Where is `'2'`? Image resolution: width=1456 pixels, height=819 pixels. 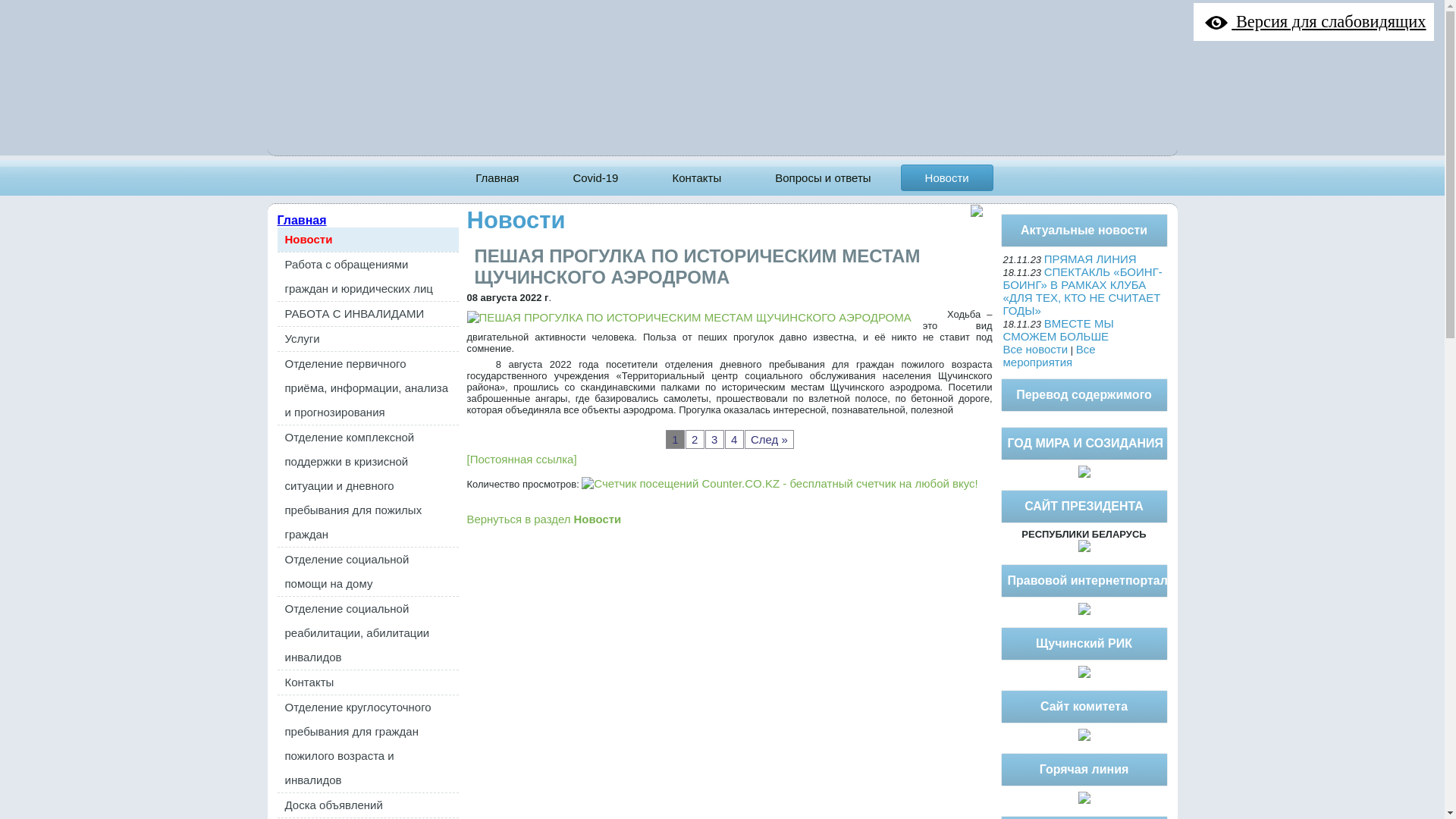 '2' is located at coordinates (684, 439).